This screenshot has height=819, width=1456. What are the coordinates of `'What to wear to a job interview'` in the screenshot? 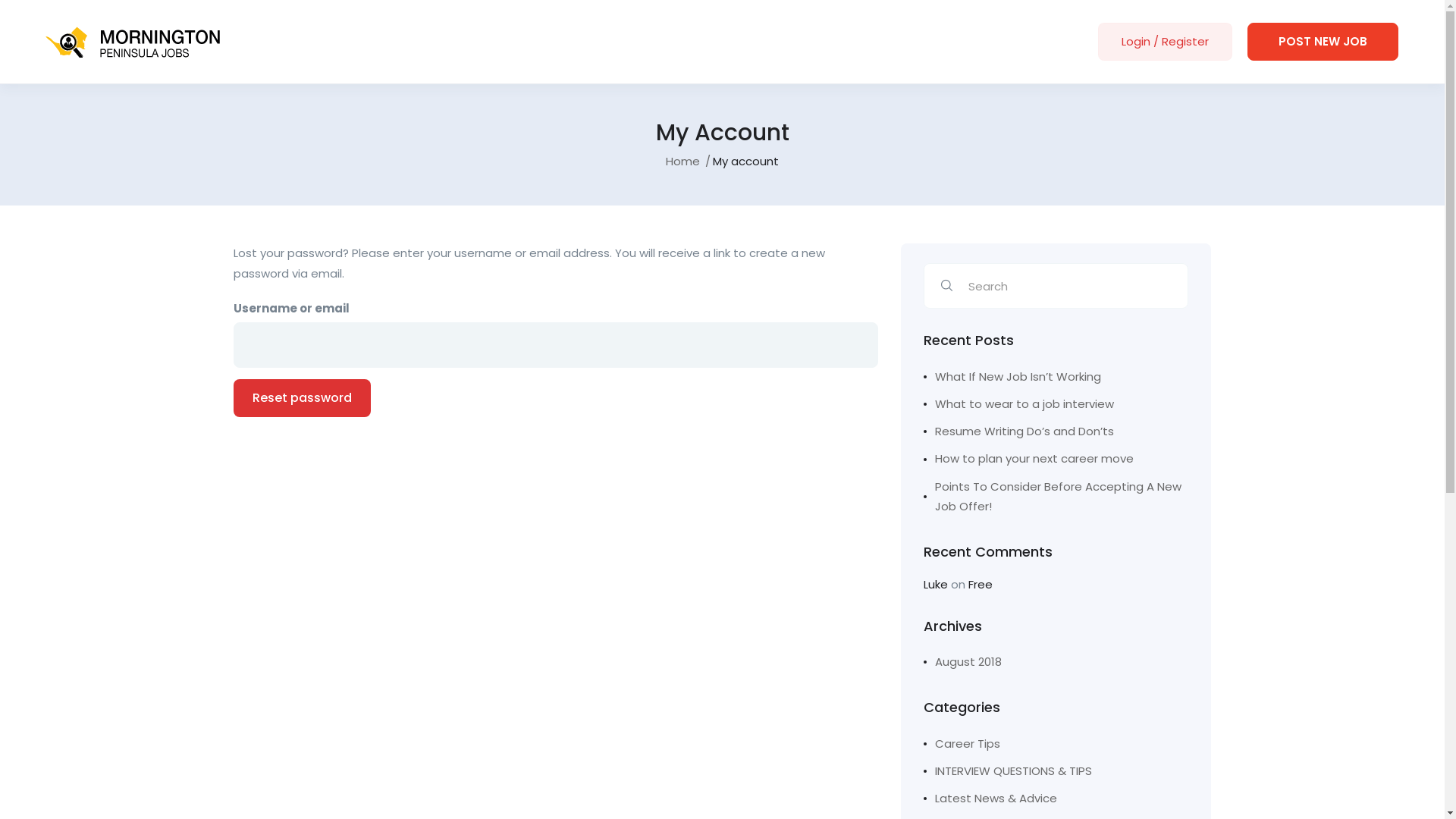 It's located at (1055, 403).